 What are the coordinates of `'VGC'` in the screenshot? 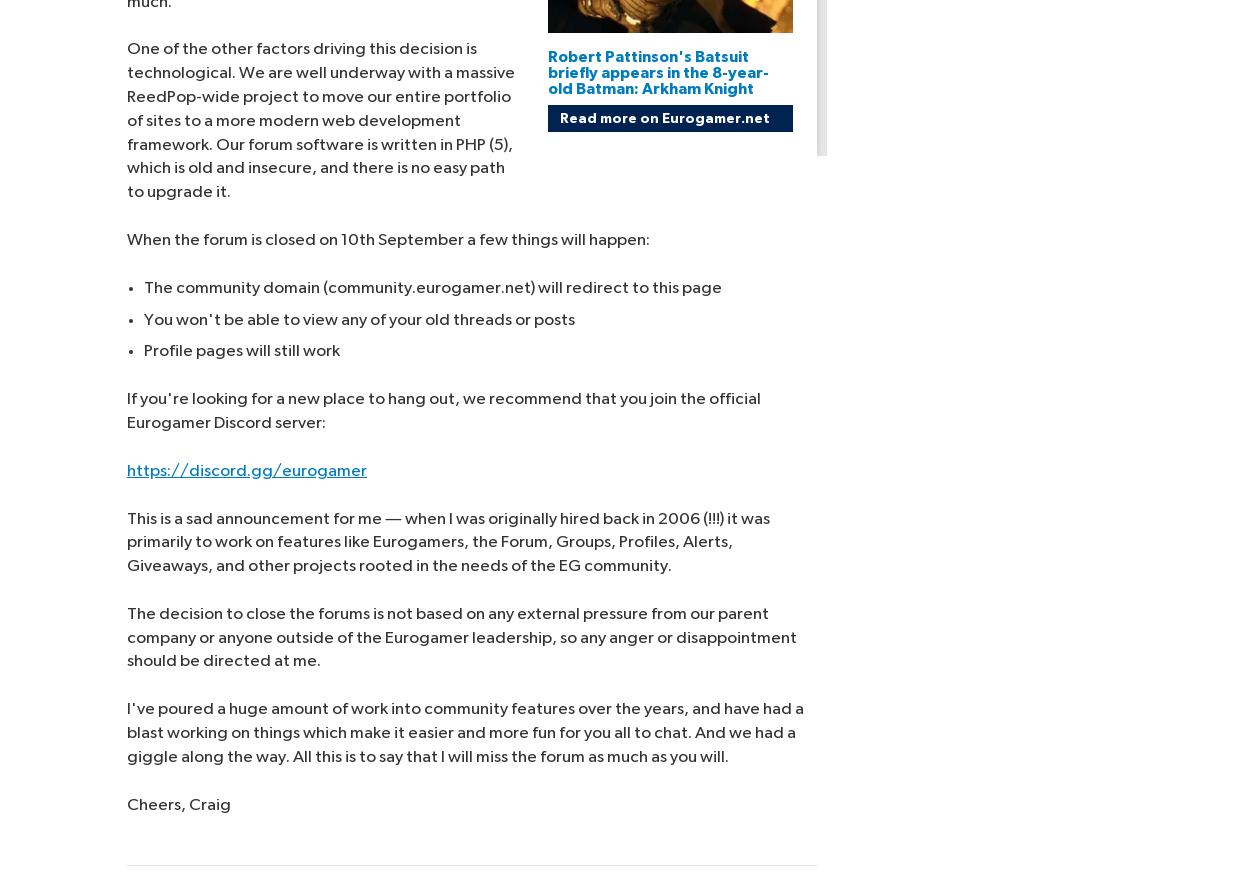 It's located at (1053, 92).